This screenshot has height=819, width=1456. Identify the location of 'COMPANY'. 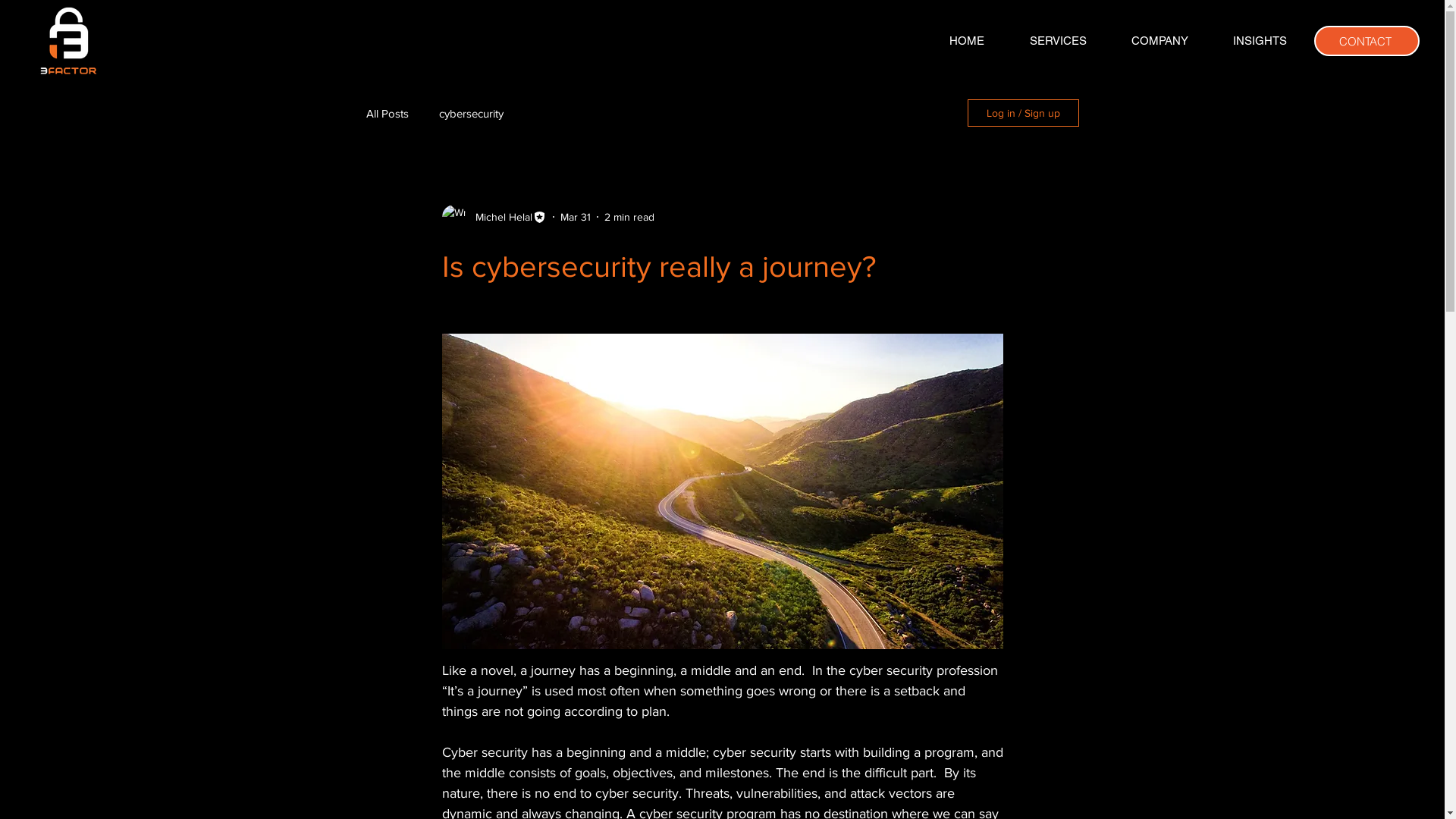
(1159, 40).